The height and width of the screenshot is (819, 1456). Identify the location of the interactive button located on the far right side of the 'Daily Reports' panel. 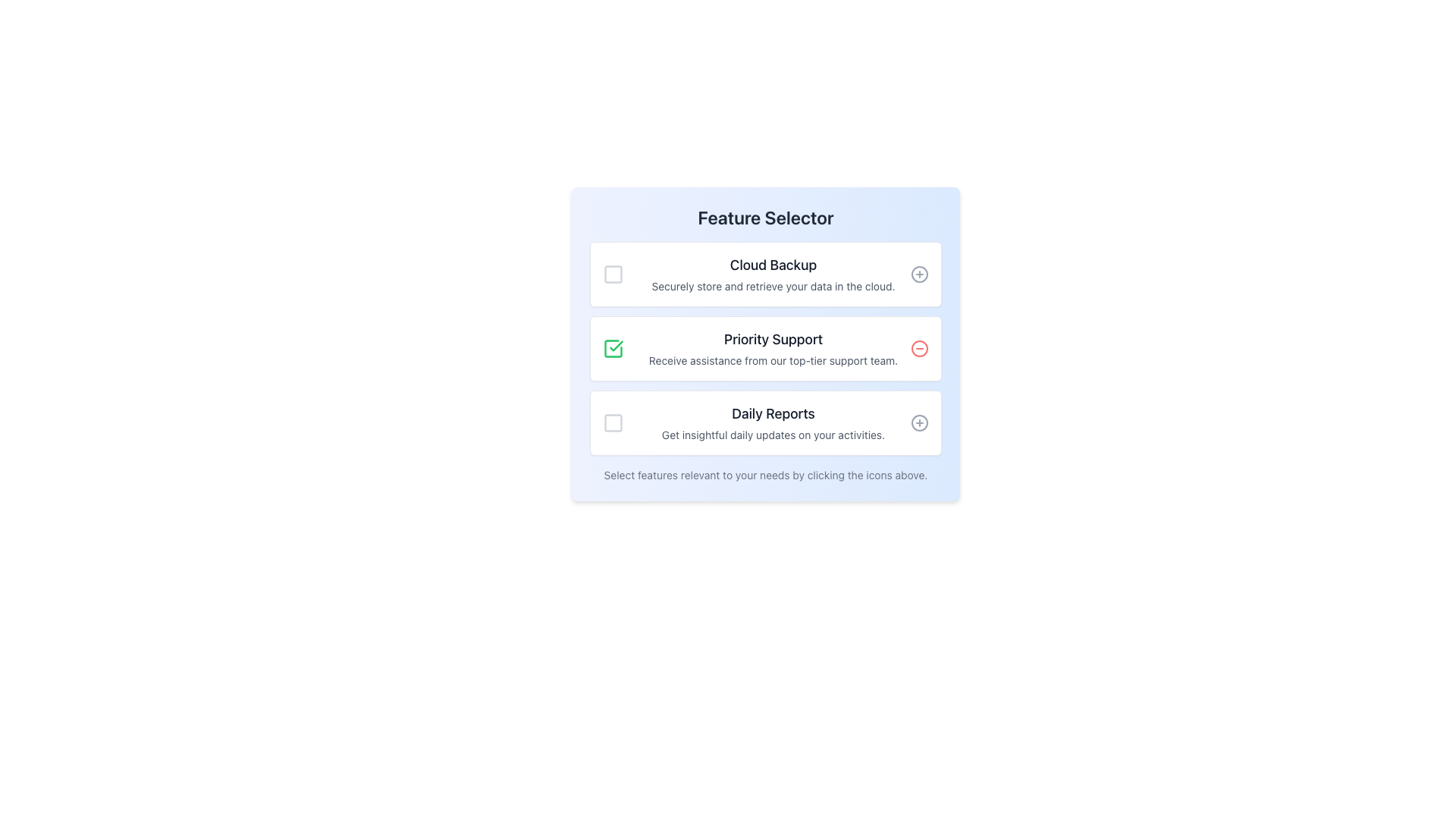
(919, 423).